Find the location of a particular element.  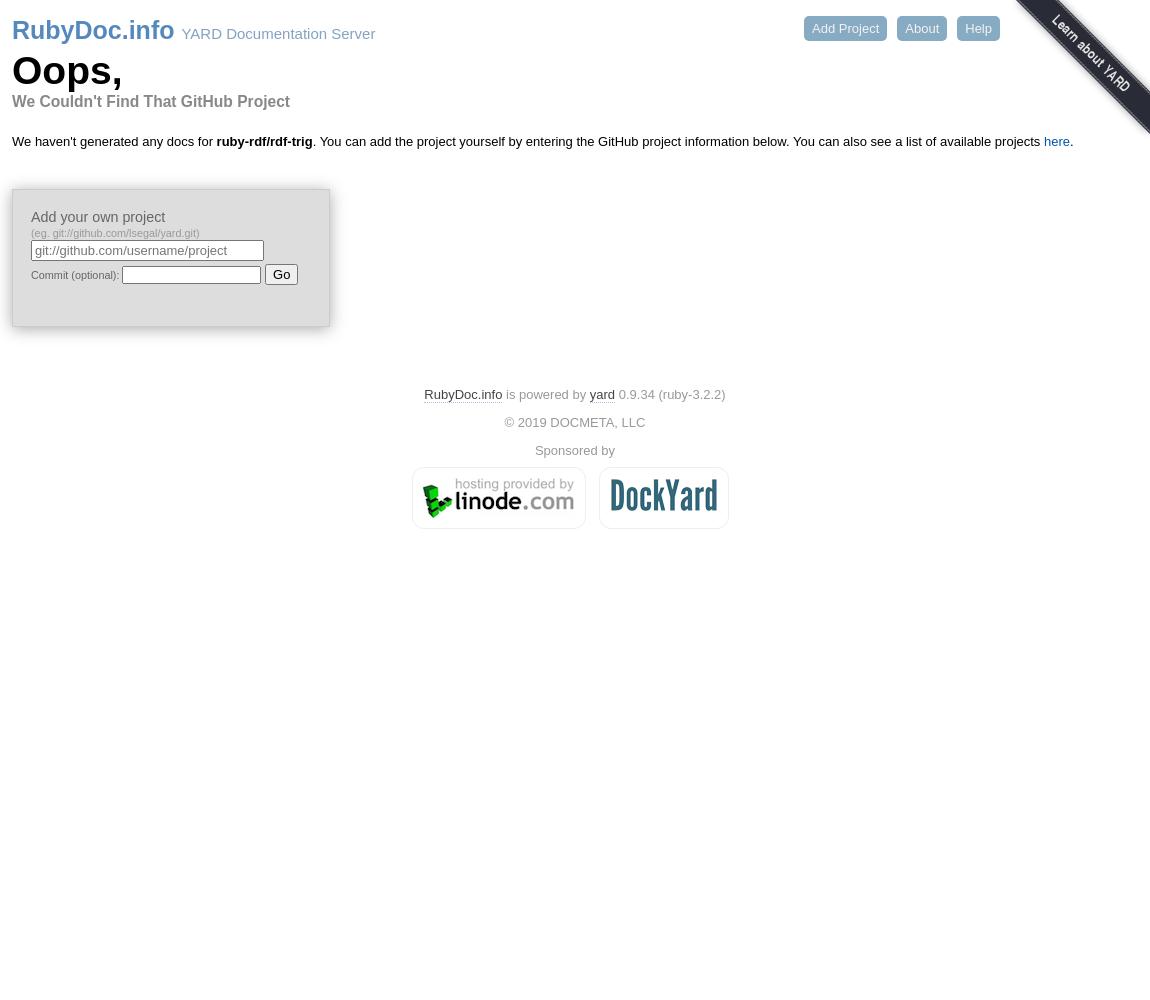

'Help' is located at coordinates (978, 28).